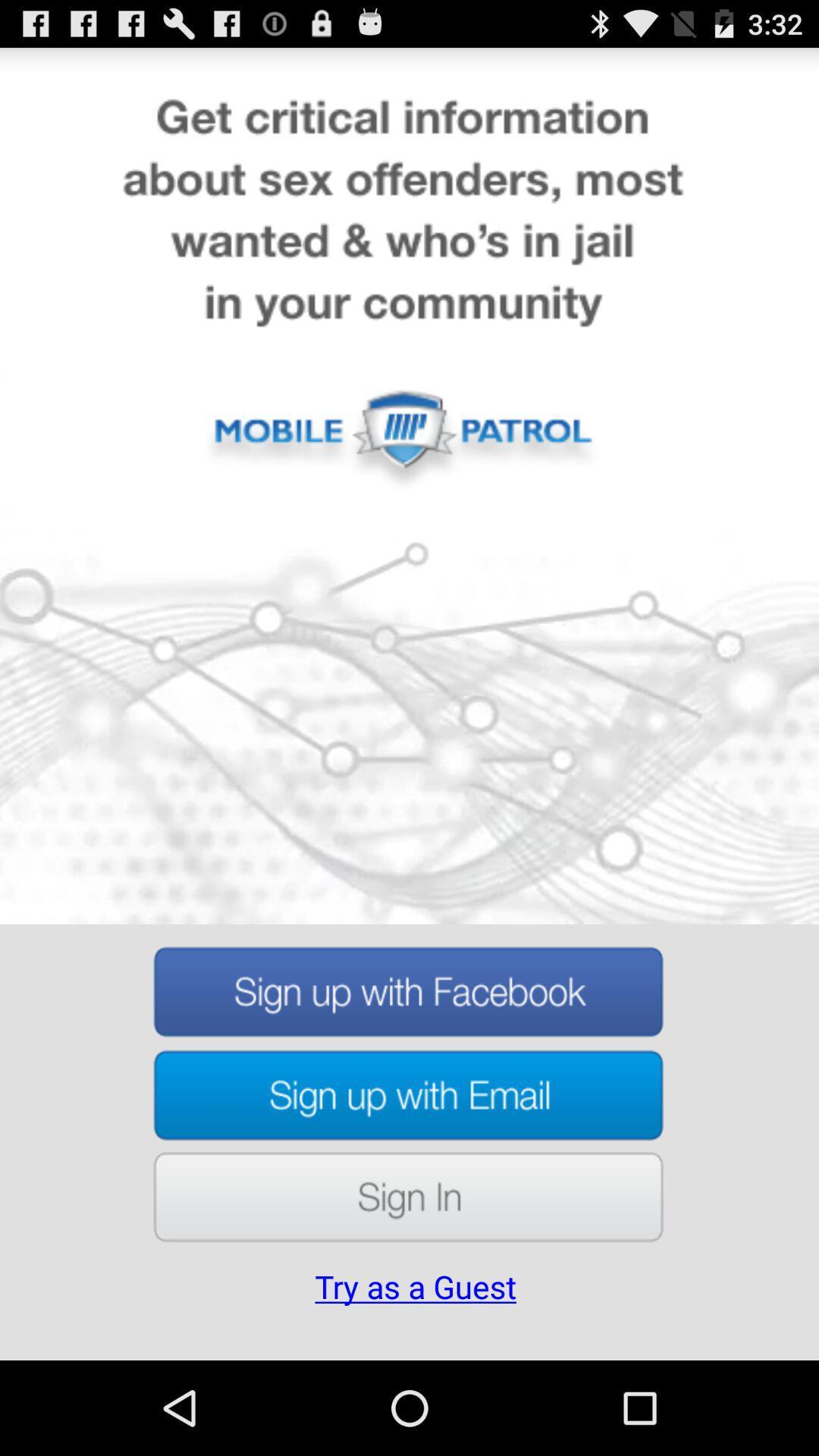  Describe the element at coordinates (416, 1307) in the screenshot. I see `the try as a item` at that location.